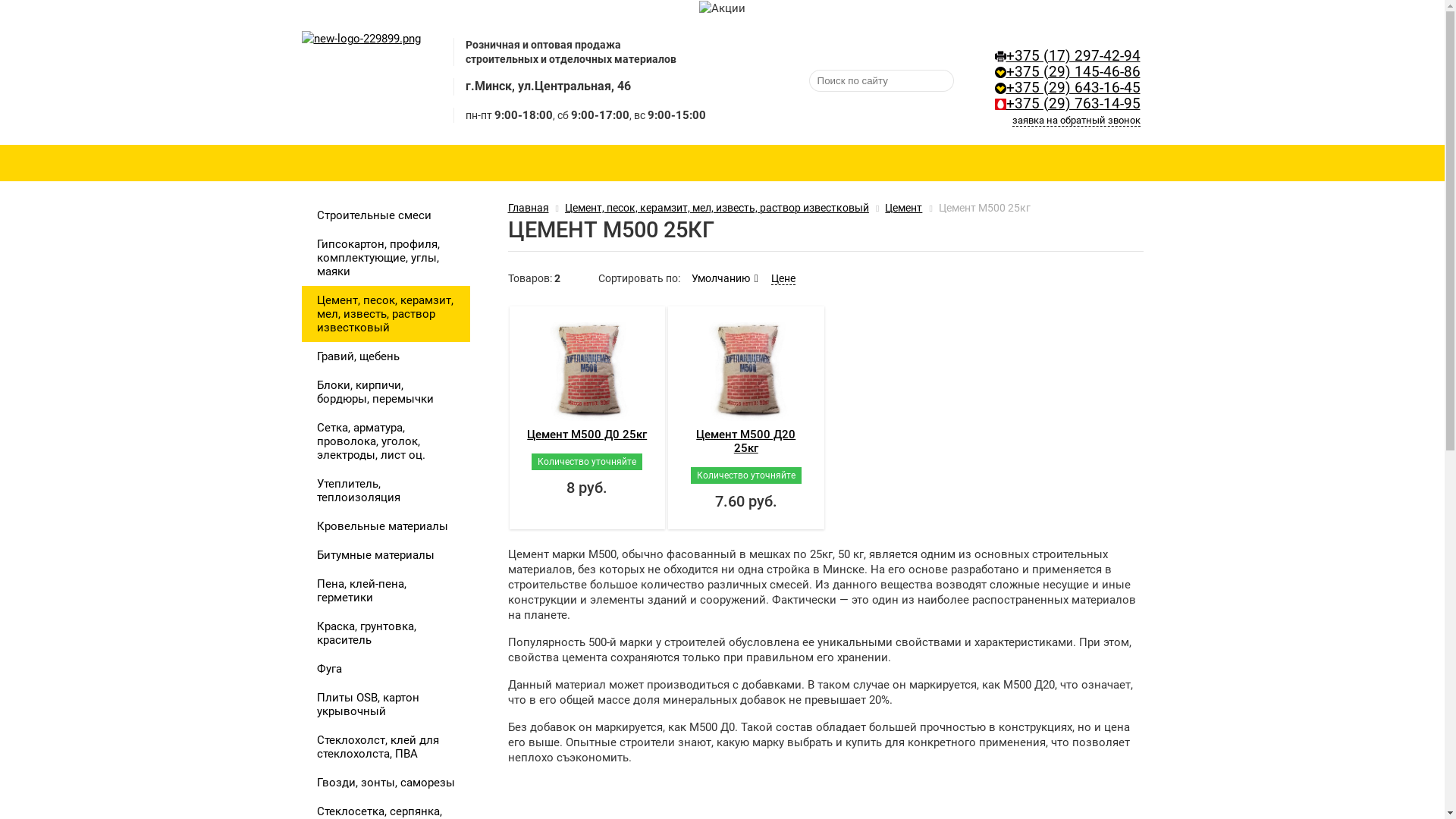  What do you see at coordinates (1000, 88) in the screenshot?
I see `'Velcom'` at bounding box center [1000, 88].